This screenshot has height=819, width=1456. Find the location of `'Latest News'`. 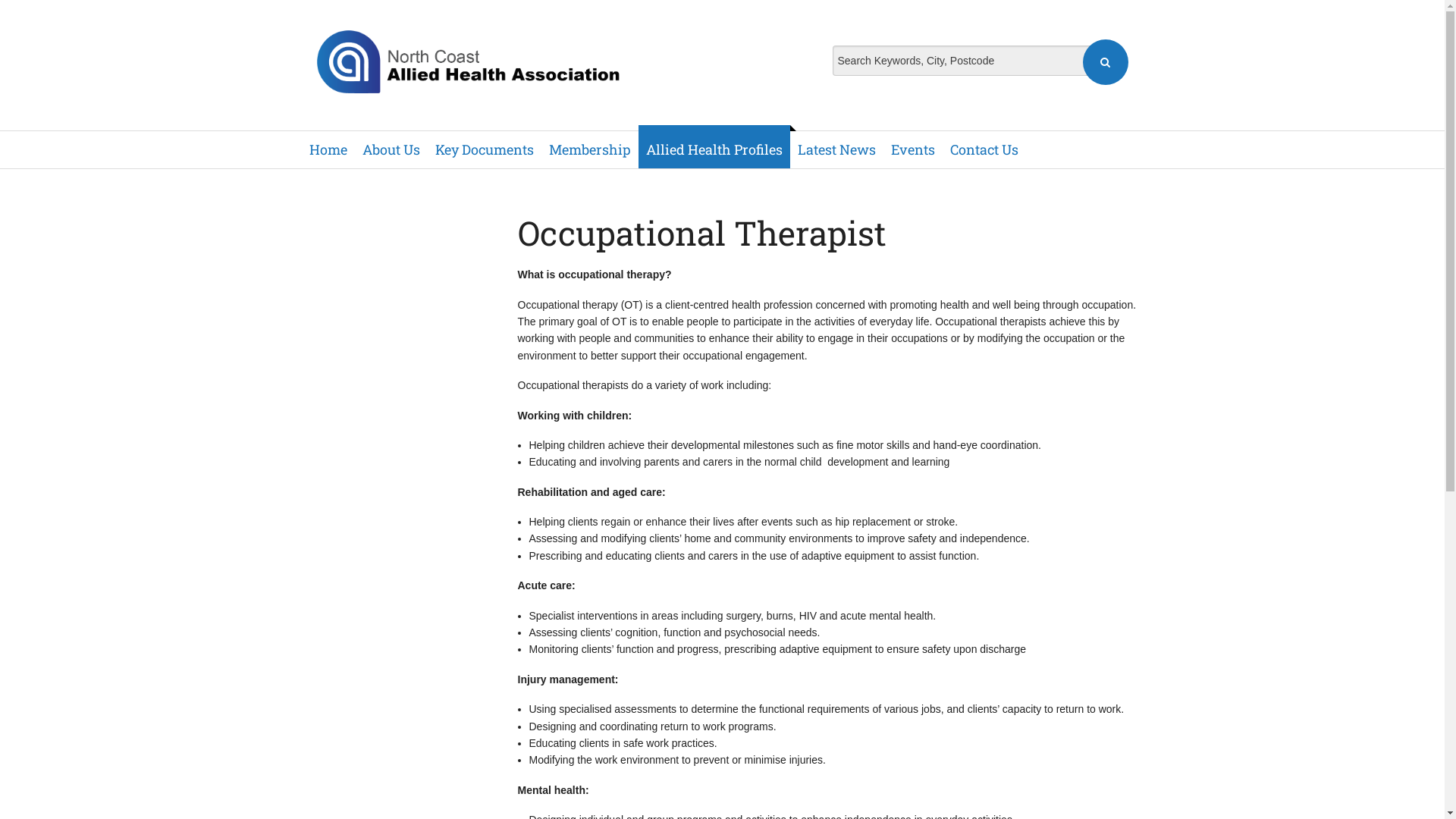

'Latest News' is located at coordinates (836, 149).